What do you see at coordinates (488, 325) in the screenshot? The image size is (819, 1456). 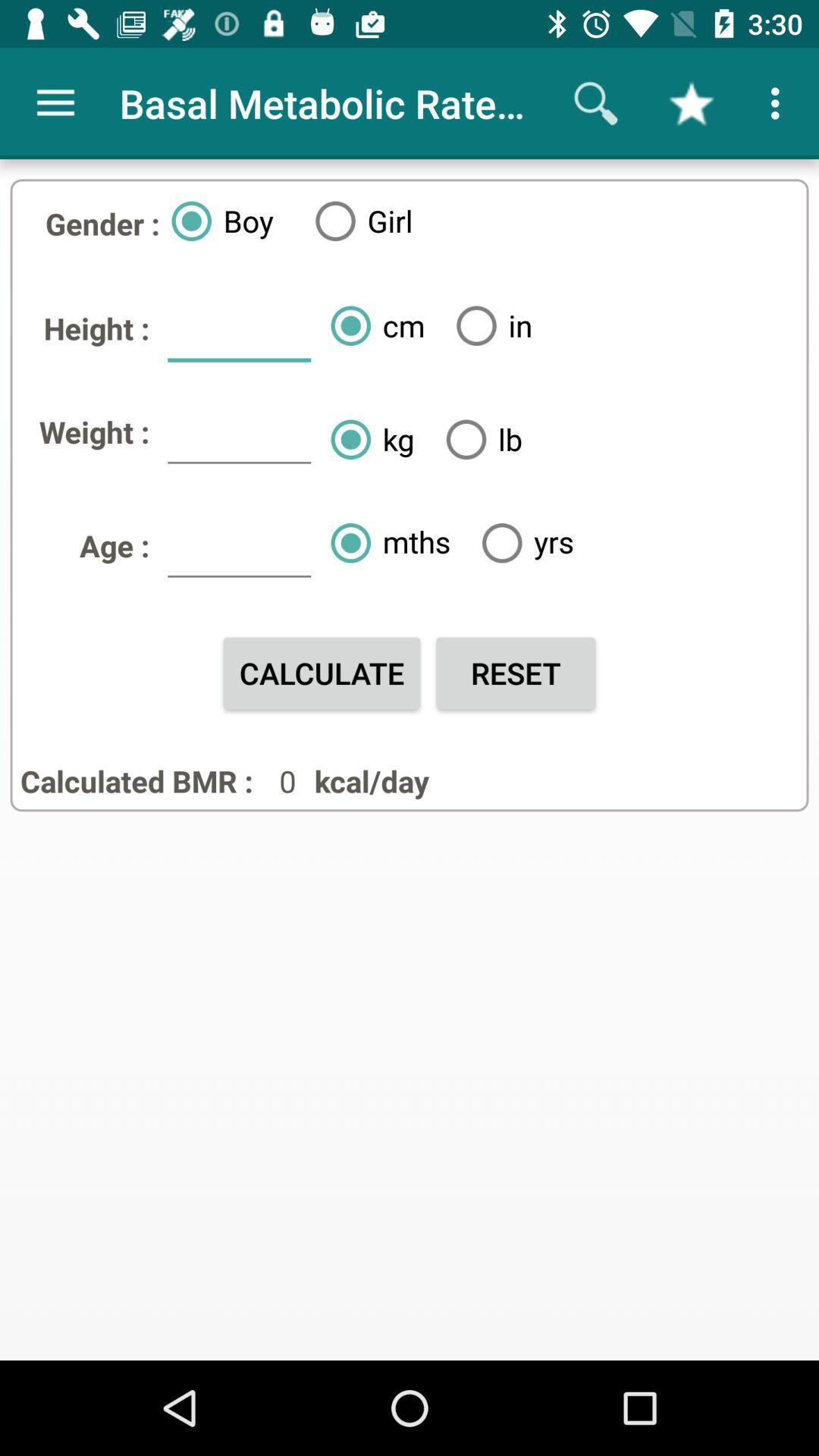 I see `in` at bounding box center [488, 325].